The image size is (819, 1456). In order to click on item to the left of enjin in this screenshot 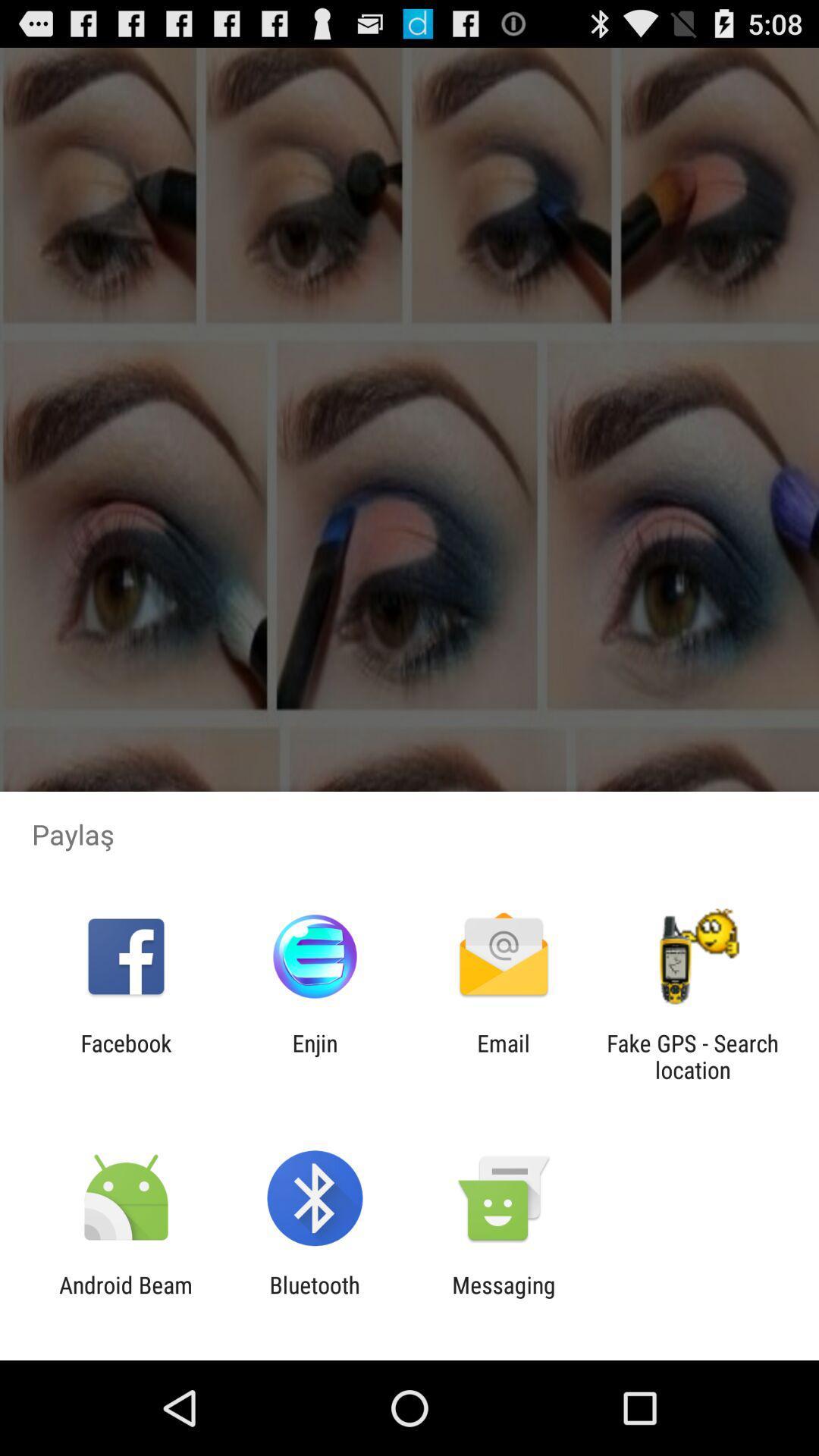, I will do `click(125, 1056)`.